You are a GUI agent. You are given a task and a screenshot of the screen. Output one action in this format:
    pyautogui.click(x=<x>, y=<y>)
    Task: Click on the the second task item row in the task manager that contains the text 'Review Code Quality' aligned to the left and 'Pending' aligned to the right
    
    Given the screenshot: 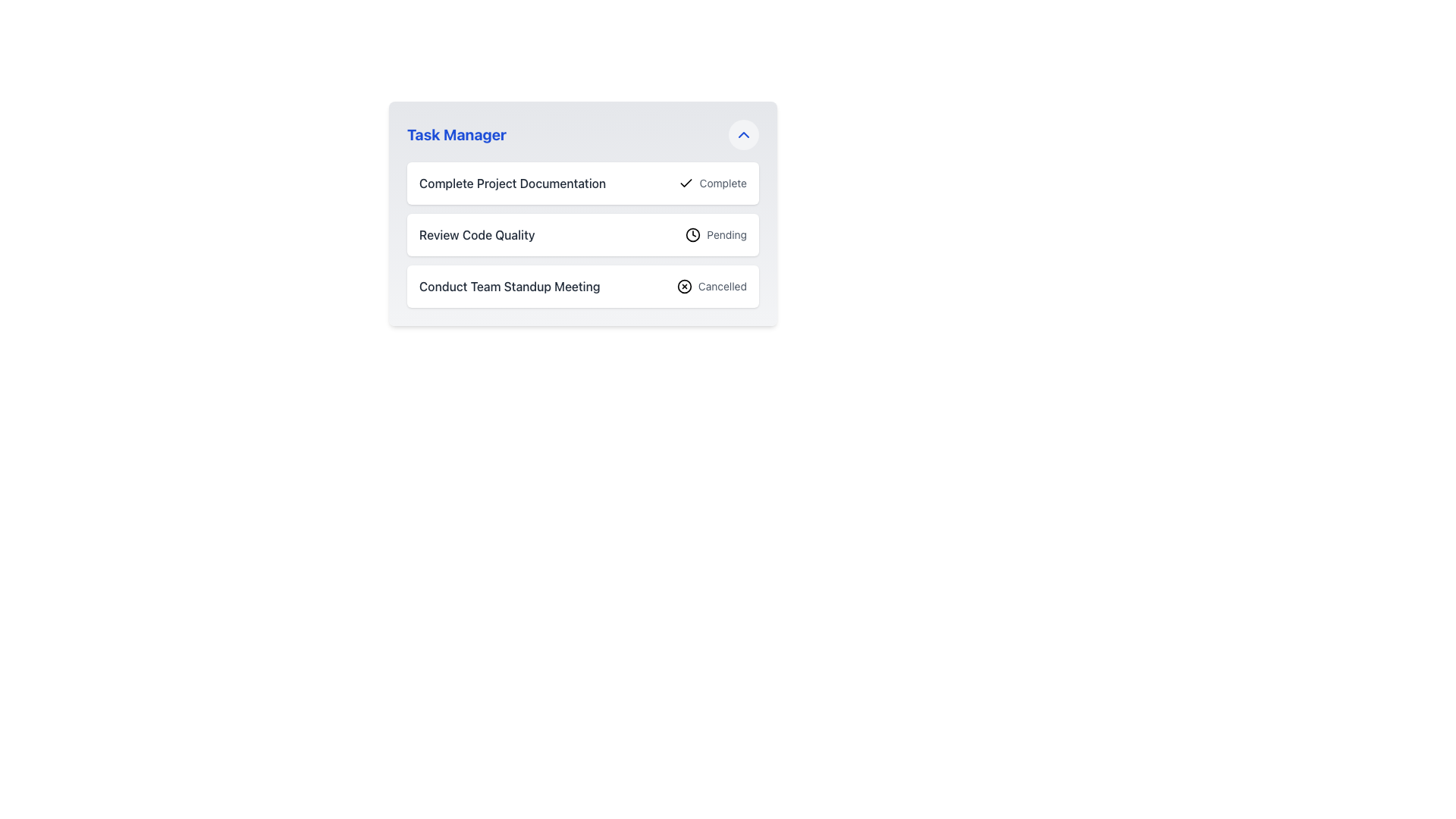 What is the action you would take?
    pyautogui.click(x=582, y=213)
    